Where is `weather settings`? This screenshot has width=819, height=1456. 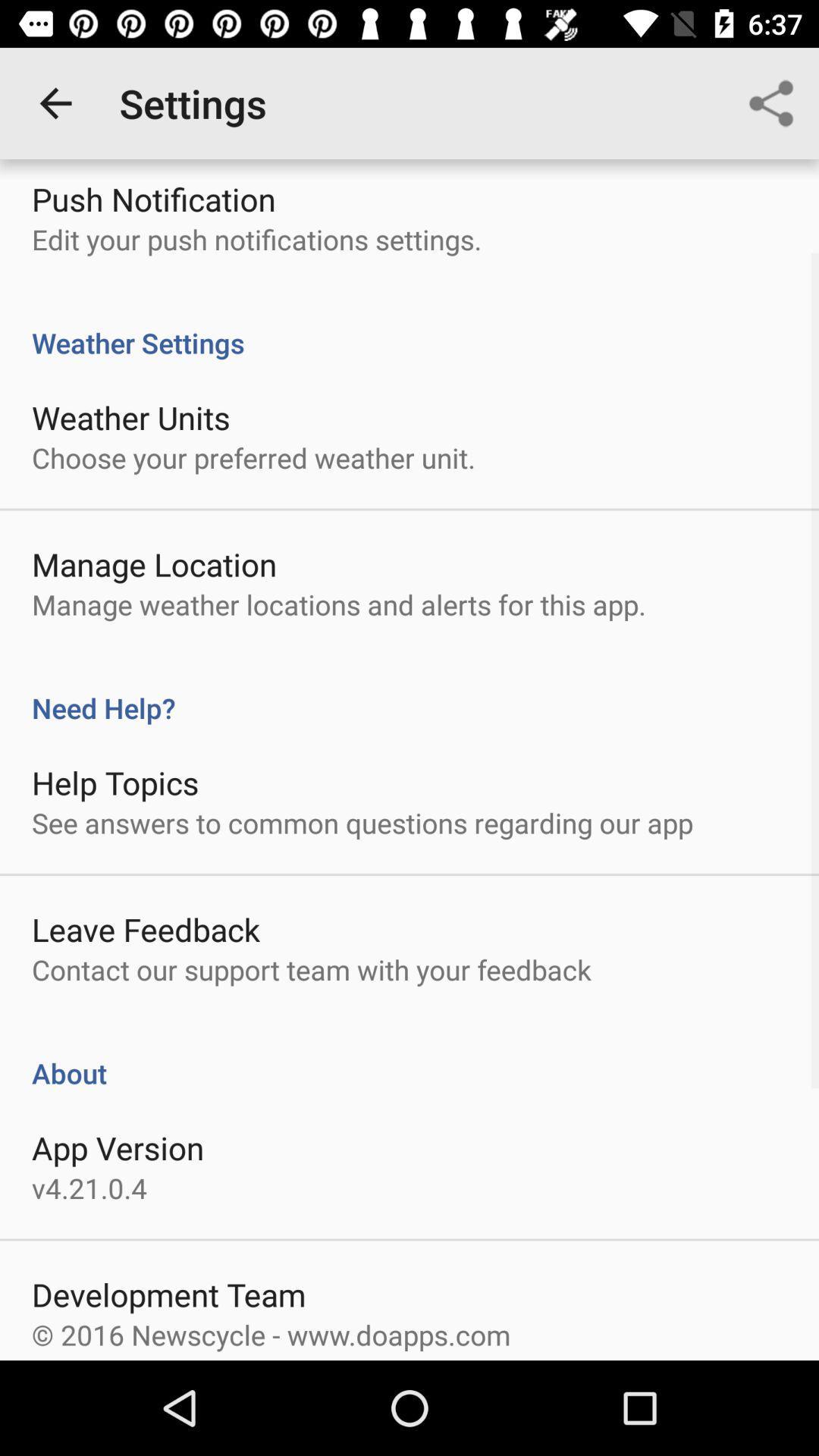 weather settings is located at coordinates (409, 326).